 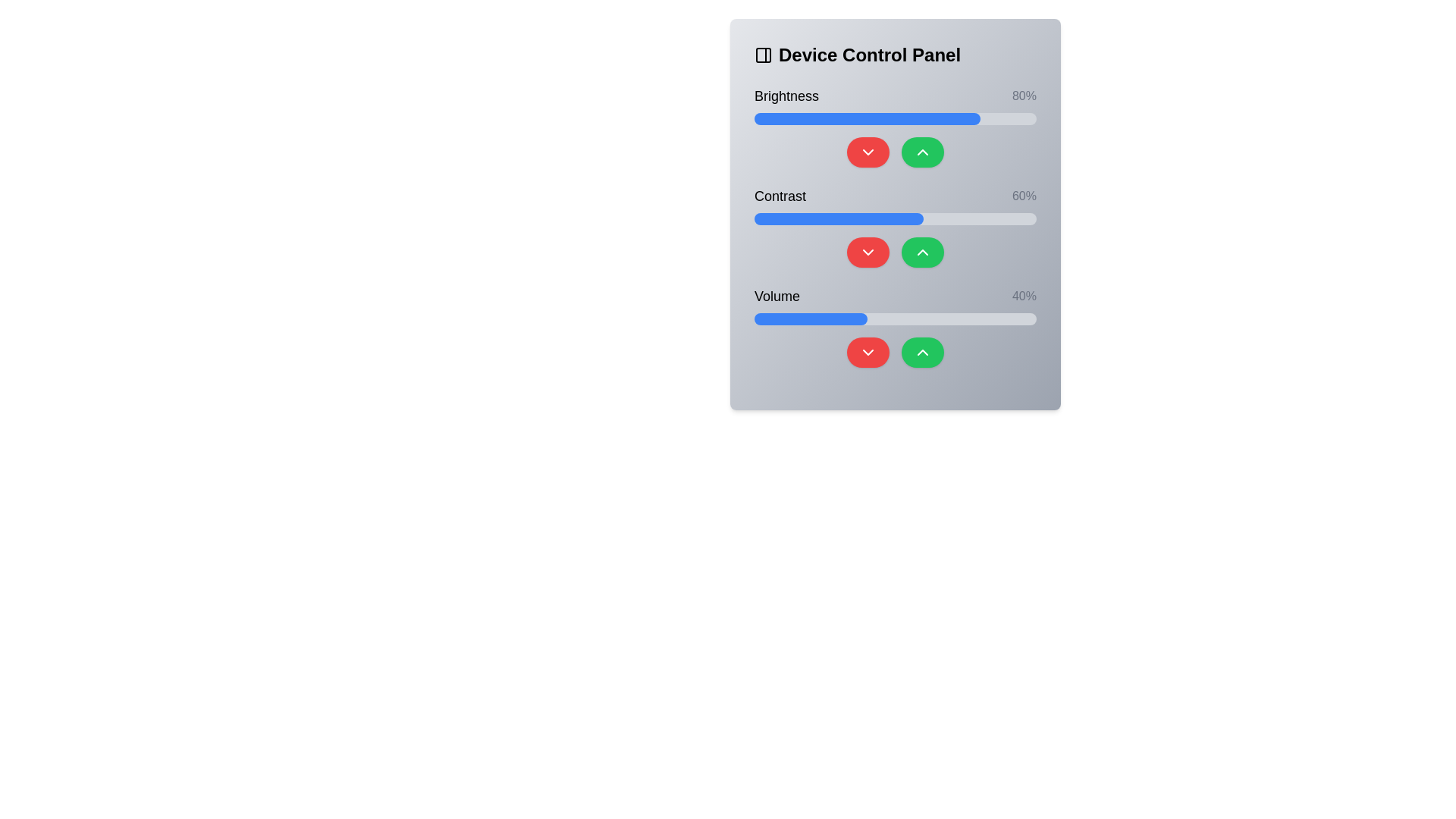 I want to click on the SVG rectangle decorative icon component located near the top-left corner of the interface, adjacent to the title 'Device Control Panel.', so click(x=764, y=55).